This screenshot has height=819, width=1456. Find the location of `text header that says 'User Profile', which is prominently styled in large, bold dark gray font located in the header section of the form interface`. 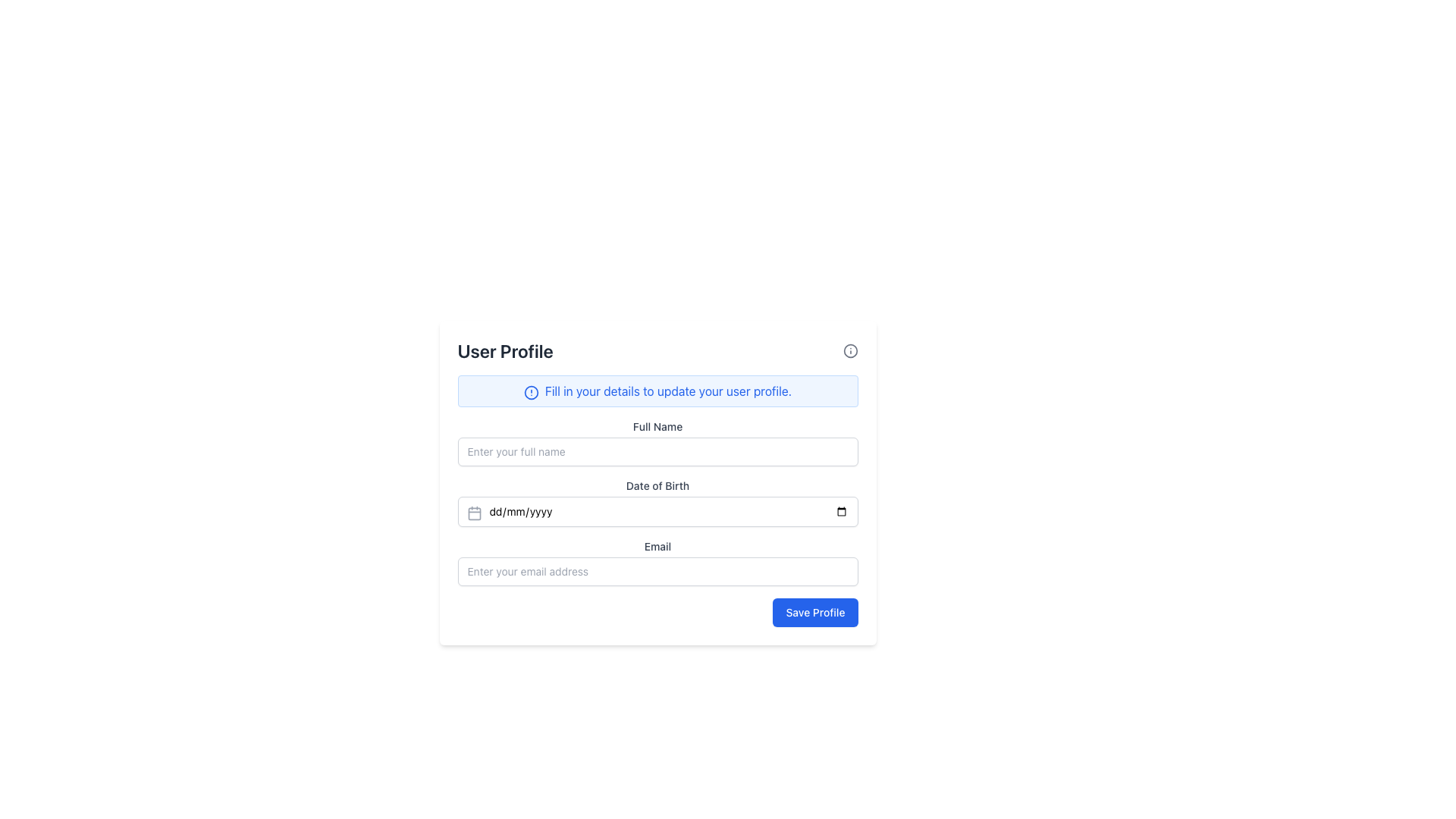

text header that says 'User Profile', which is prominently styled in large, bold dark gray font located in the header section of the form interface is located at coordinates (505, 350).